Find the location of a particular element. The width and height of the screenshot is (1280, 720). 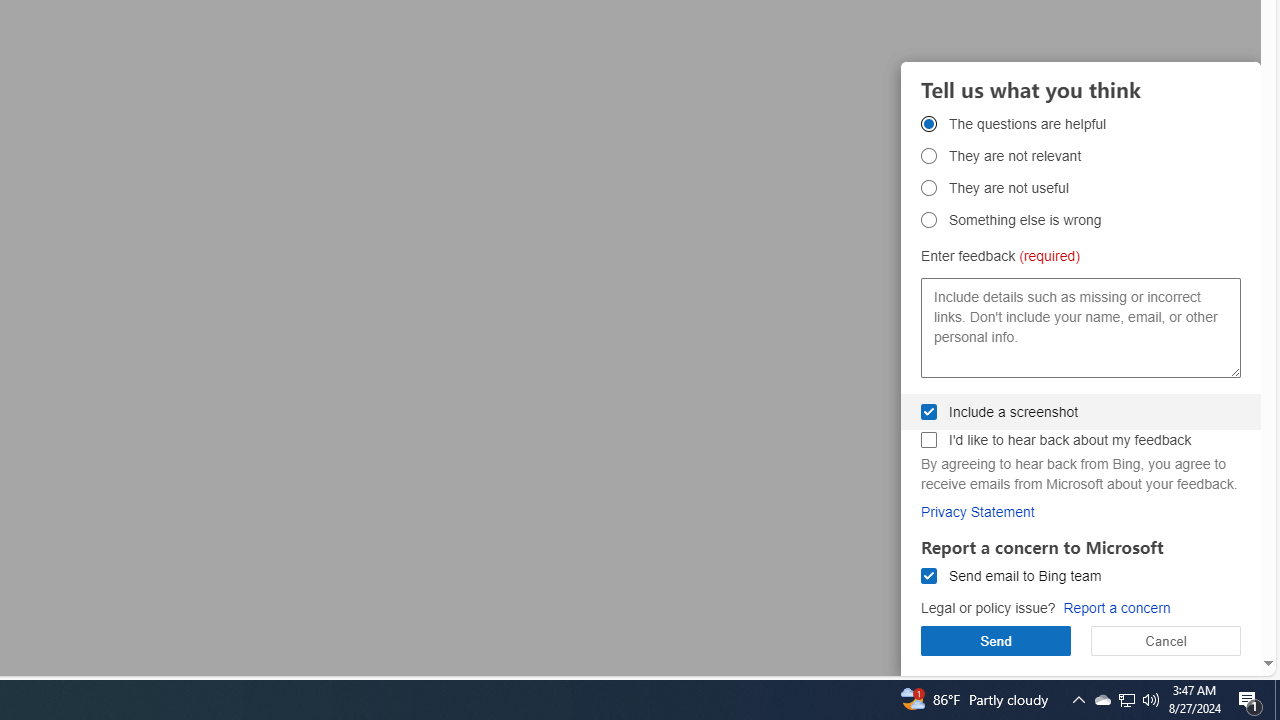

'Send' is located at coordinates (996, 640).